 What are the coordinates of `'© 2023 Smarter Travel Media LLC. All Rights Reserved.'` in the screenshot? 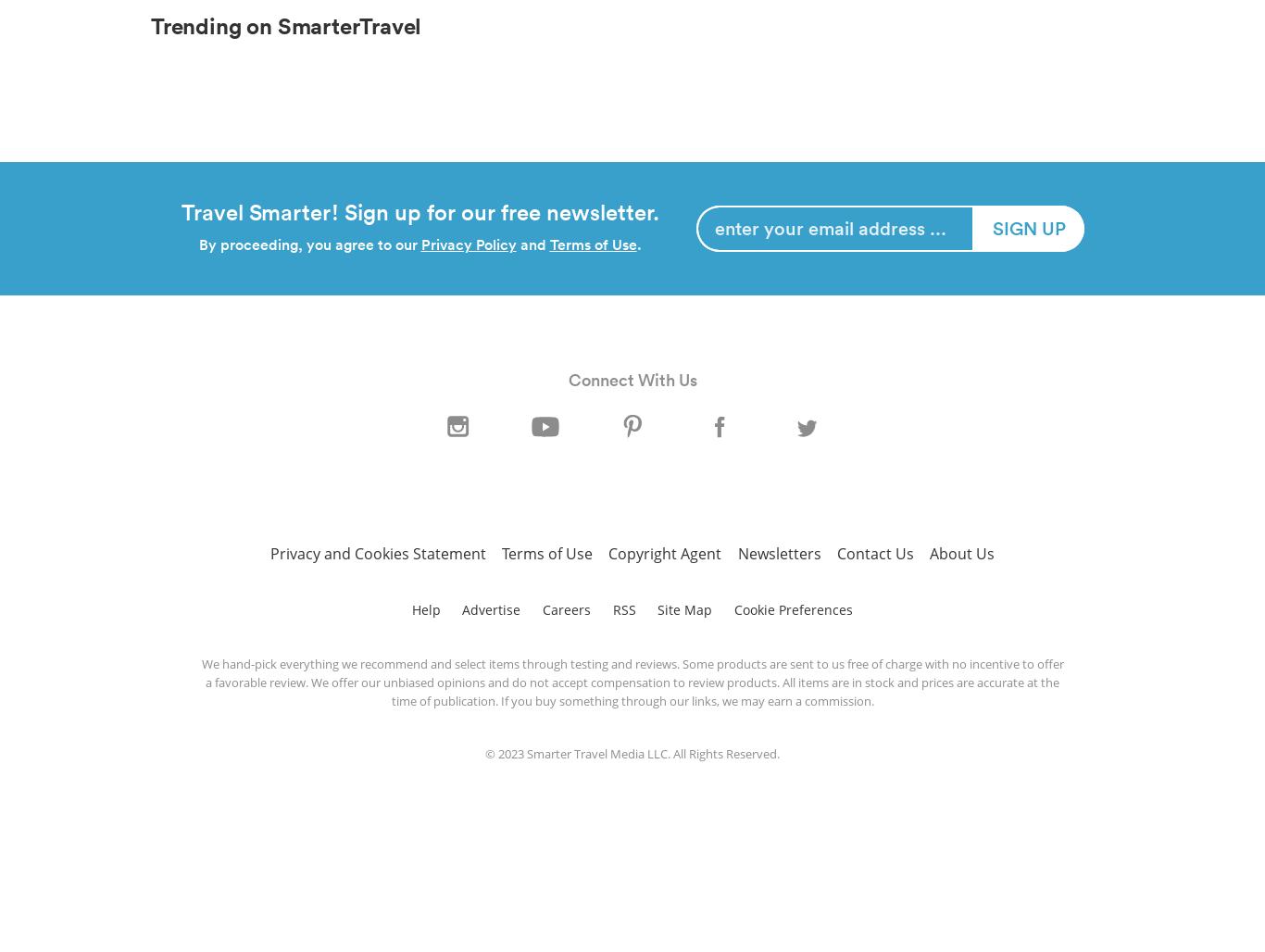 It's located at (632, 753).